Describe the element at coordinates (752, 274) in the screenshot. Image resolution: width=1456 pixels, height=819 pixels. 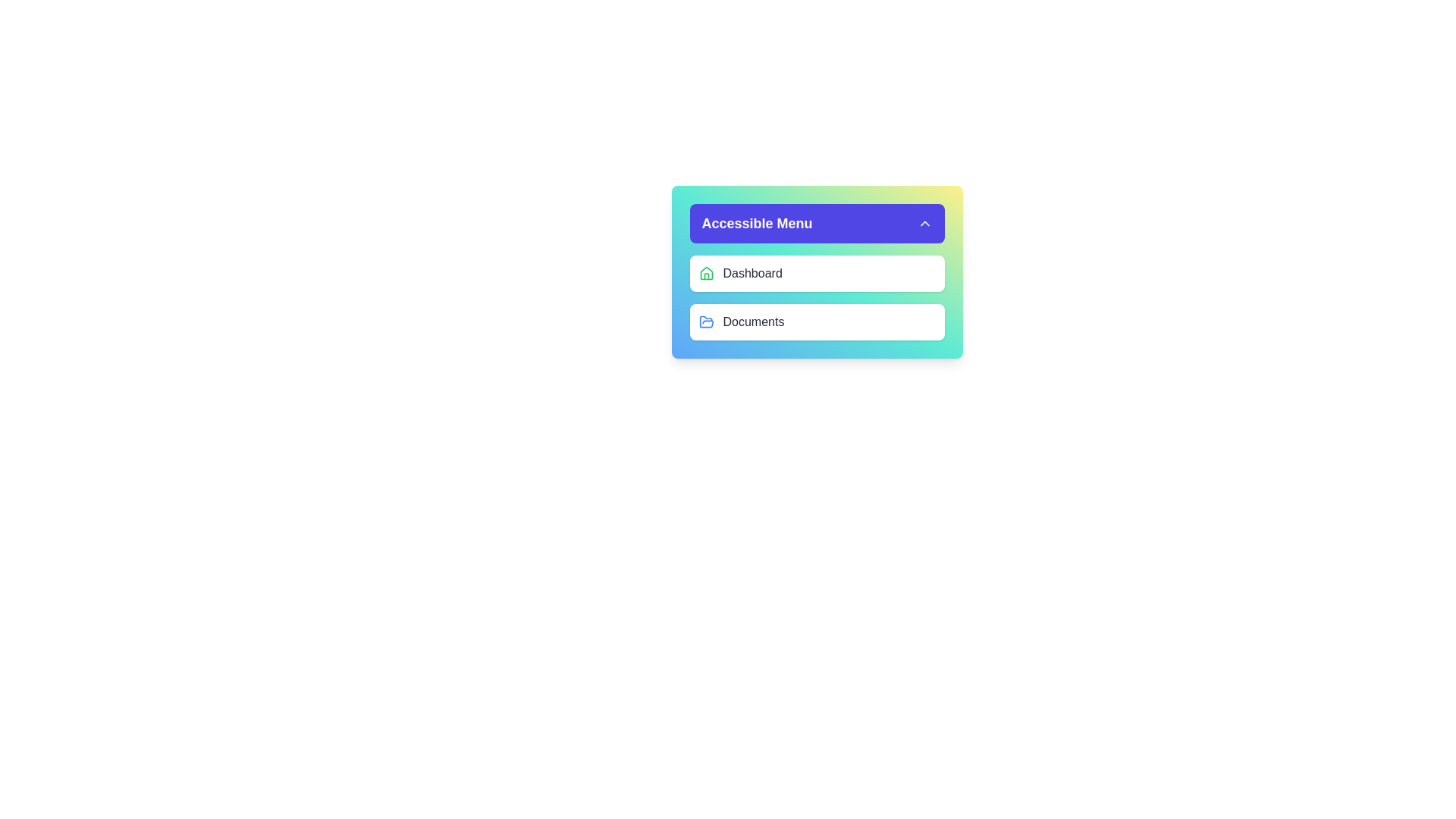
I see `the label indicating a navigation item for the dashboard, which is aligned with a green house icon and is the first interactive element below the 'Accessible Menu' title` at that location.